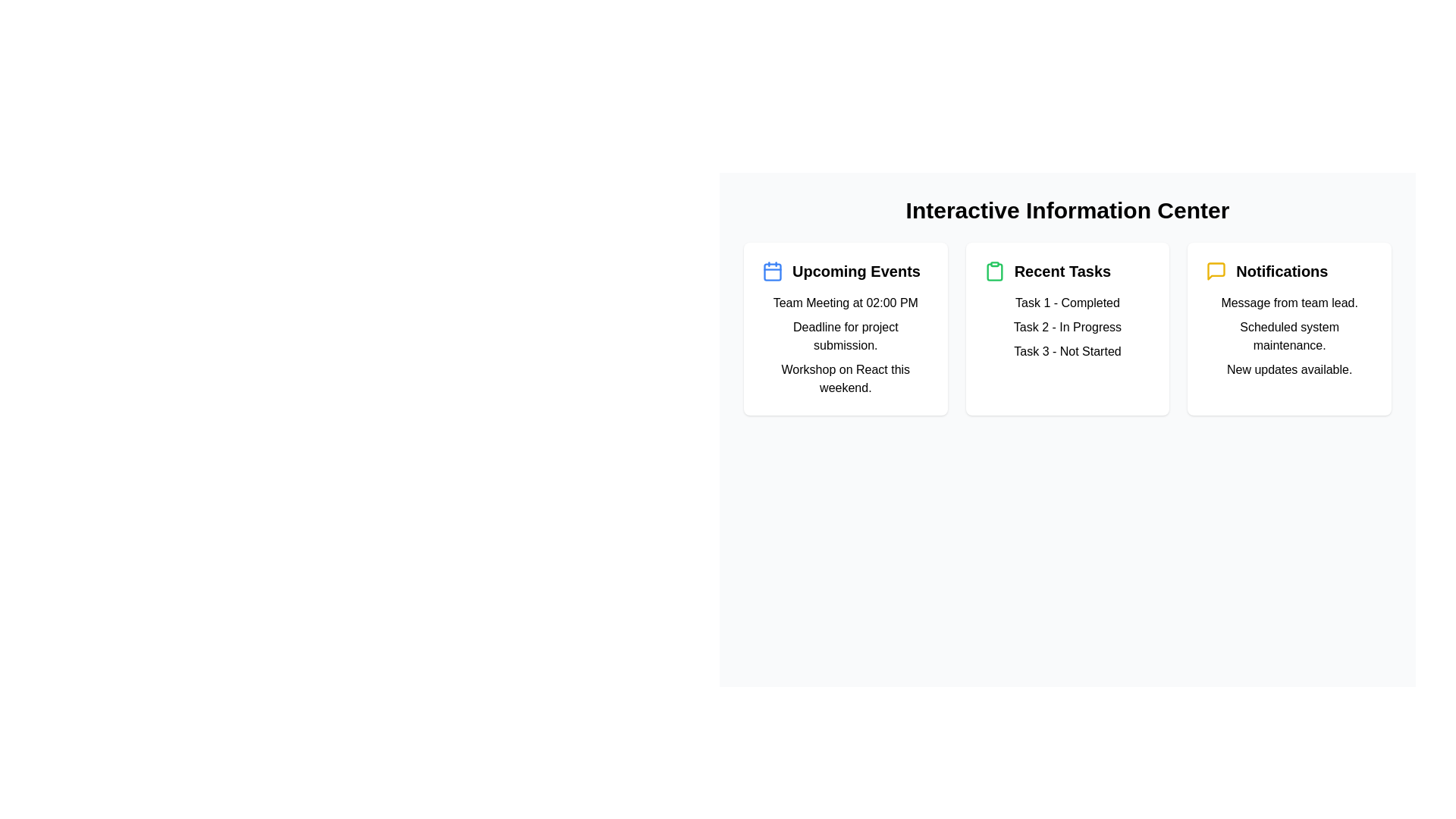 This screenshot has height=819, width=1456. Describe the element at coordinates (1066, 351) in the screenshot. I see `the informative text label displaying the status of 'Task 3' which is marked as not started, located in the 'Recent Tasks' section of the vertical task list` at that location.